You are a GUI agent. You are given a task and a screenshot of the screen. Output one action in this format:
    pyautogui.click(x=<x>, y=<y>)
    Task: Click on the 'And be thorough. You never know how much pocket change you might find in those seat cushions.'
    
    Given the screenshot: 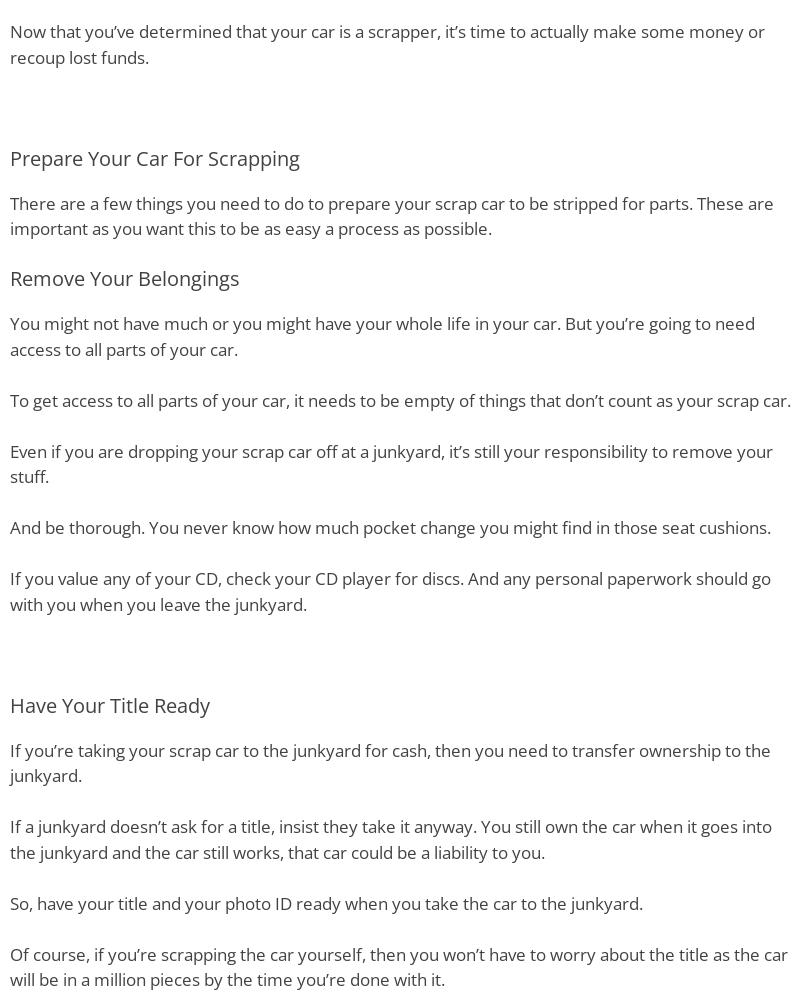 What is the action you would take?
    pyautogui.click(x=390, y=527)
    